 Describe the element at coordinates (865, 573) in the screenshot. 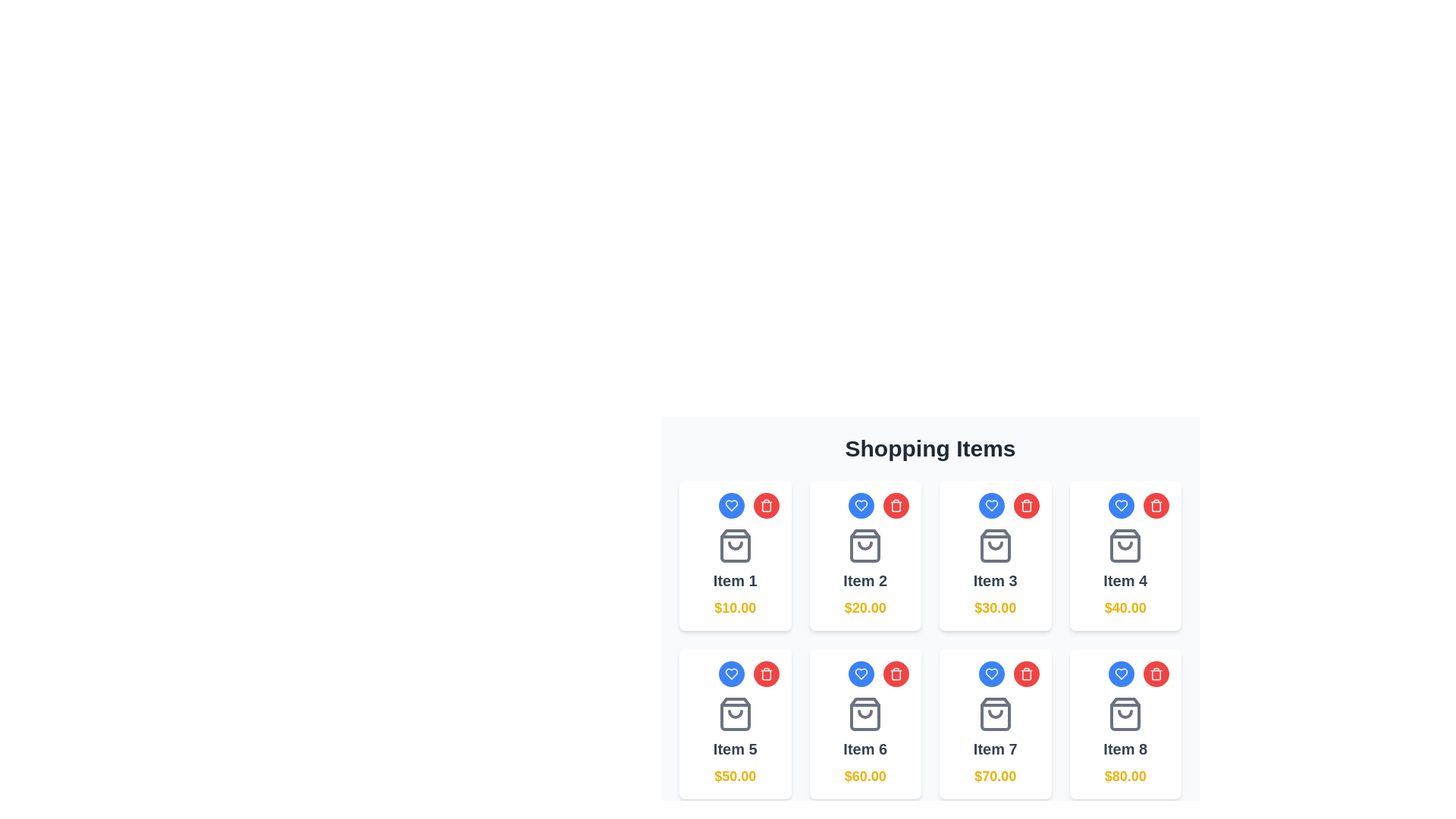

I see `the title of the product card located in the first row and second column of the grid layout to view the product details` at that location.